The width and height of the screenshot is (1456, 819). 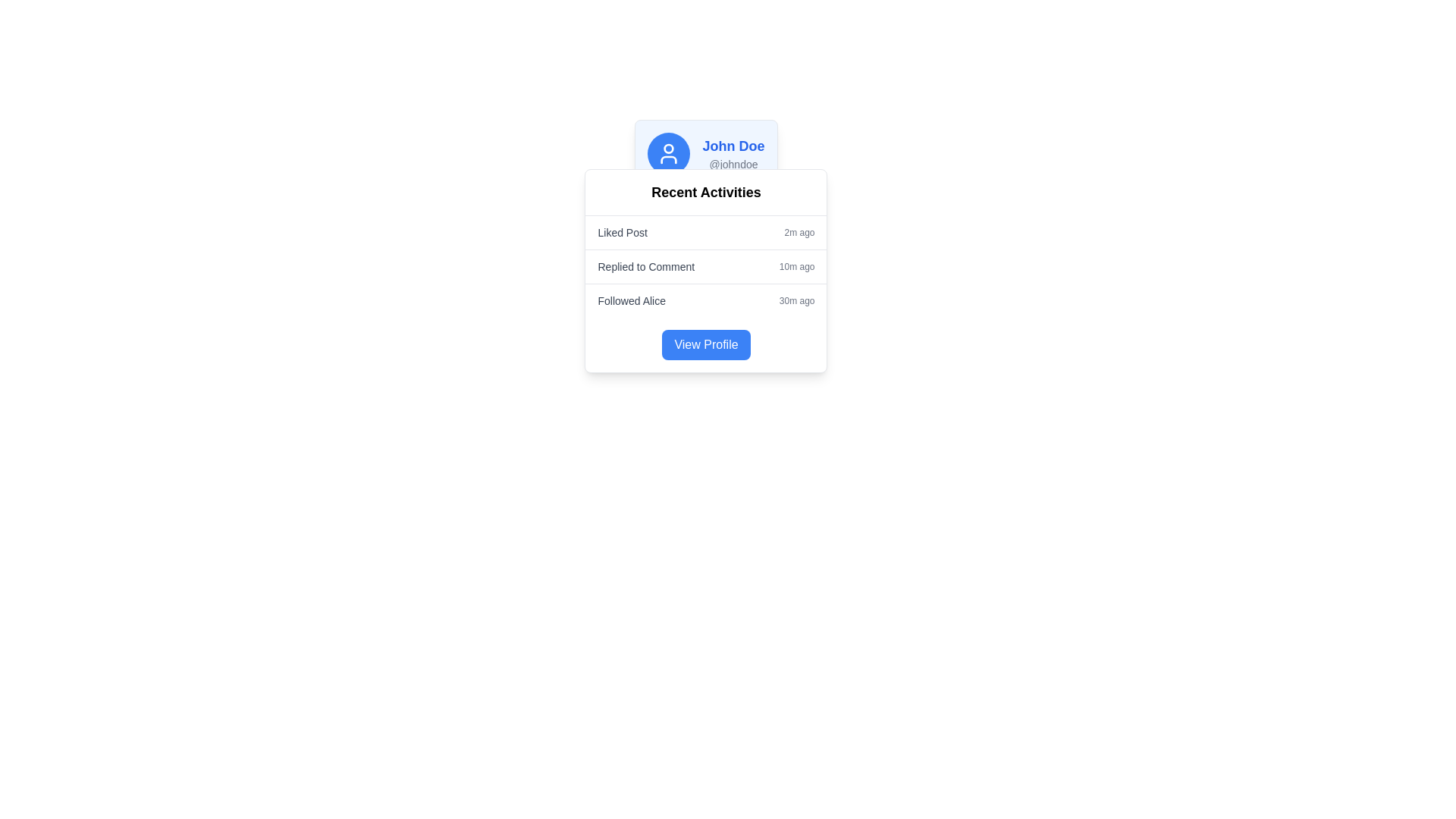 I want to click on the user icon, which is styled in white on a circular blue background, located above the section titled 'John Doe', so click(x=668, y=154).